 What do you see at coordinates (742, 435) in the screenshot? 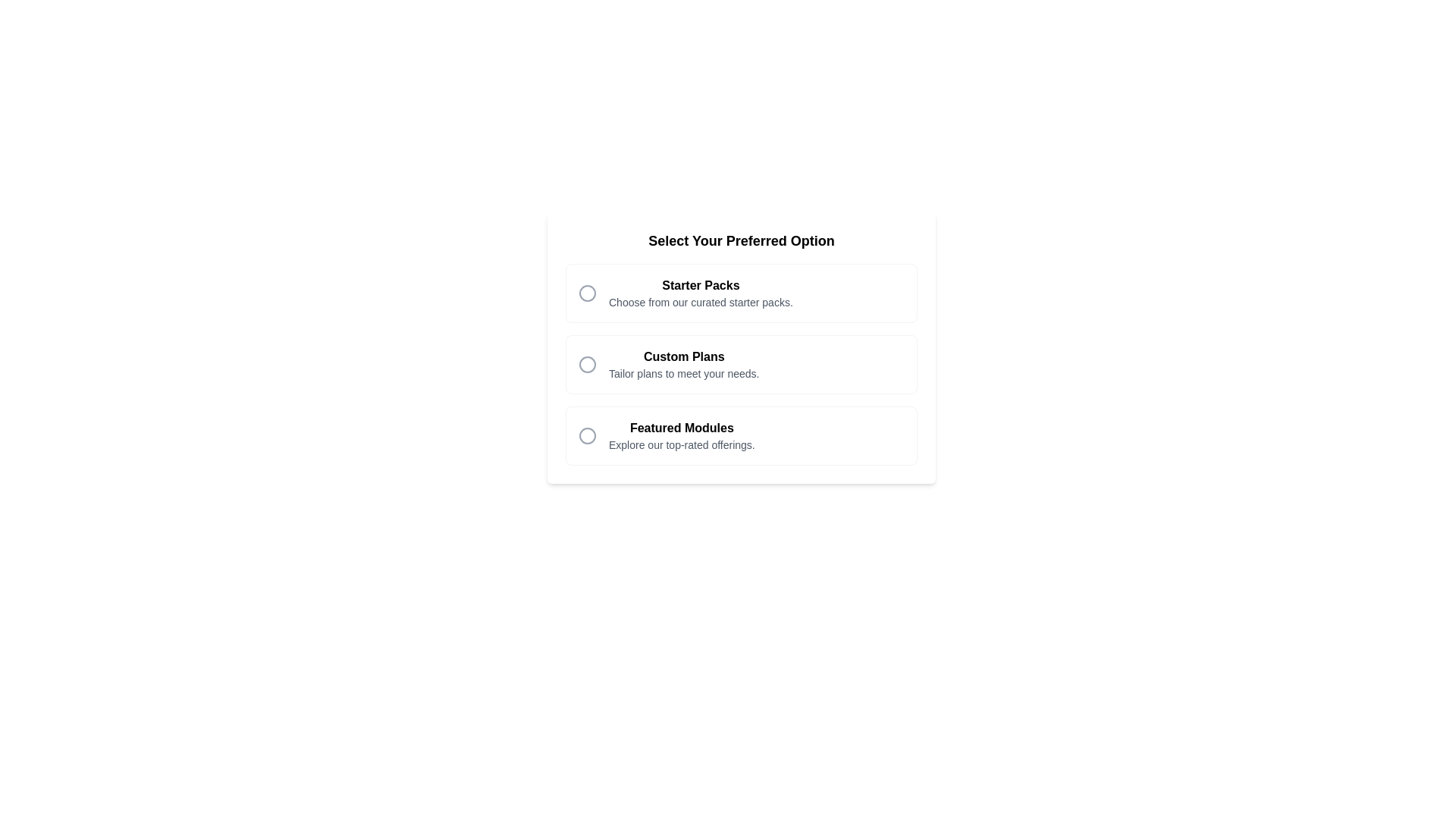
I see `the third selectable list item labeled 'Featured Modules' which has a bold title and a smaller gray subtitle` at bounding box center [742, 435].